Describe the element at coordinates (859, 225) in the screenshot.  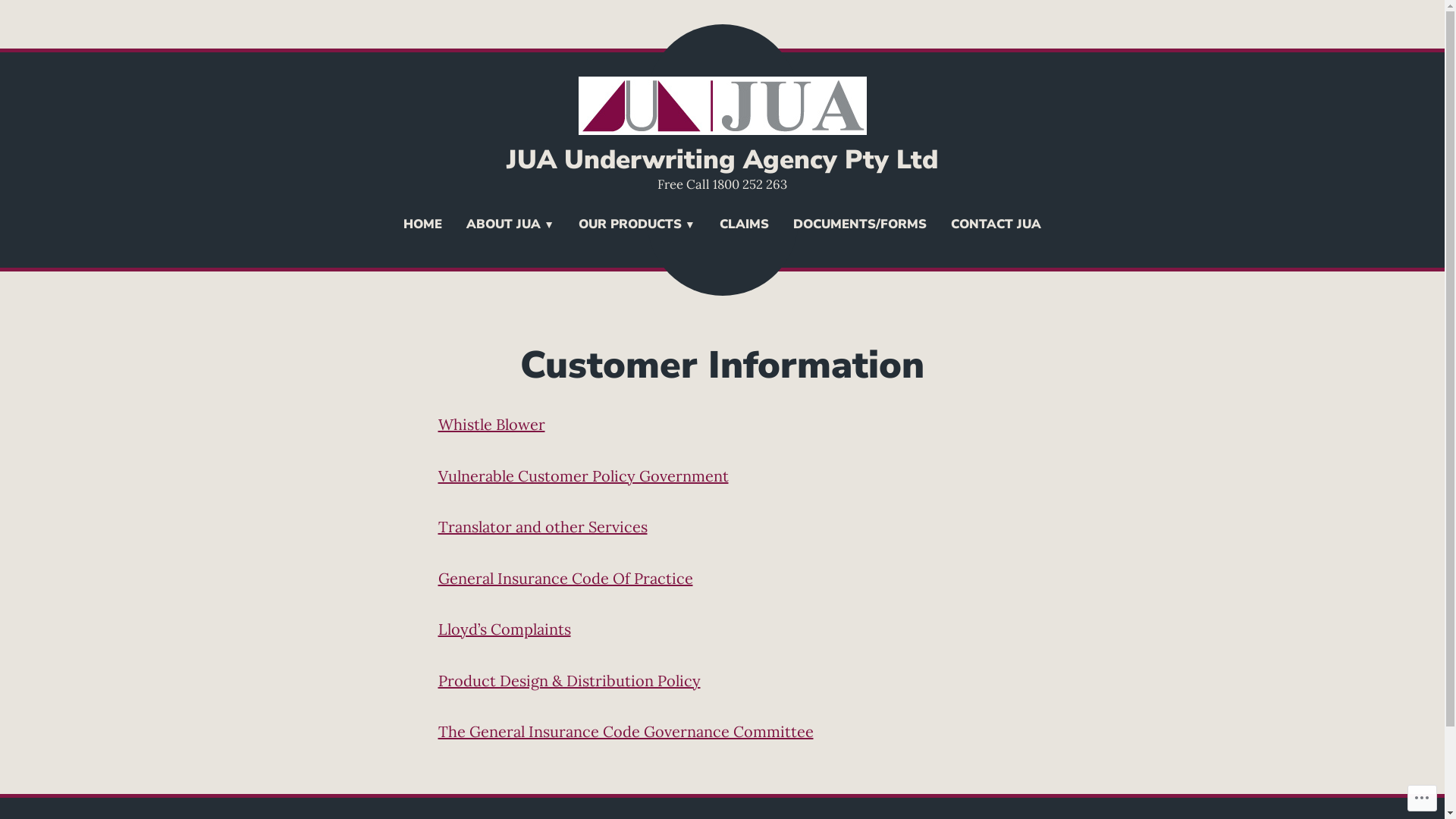
I see `'DOCUMENTS/FORMS'` at that location.